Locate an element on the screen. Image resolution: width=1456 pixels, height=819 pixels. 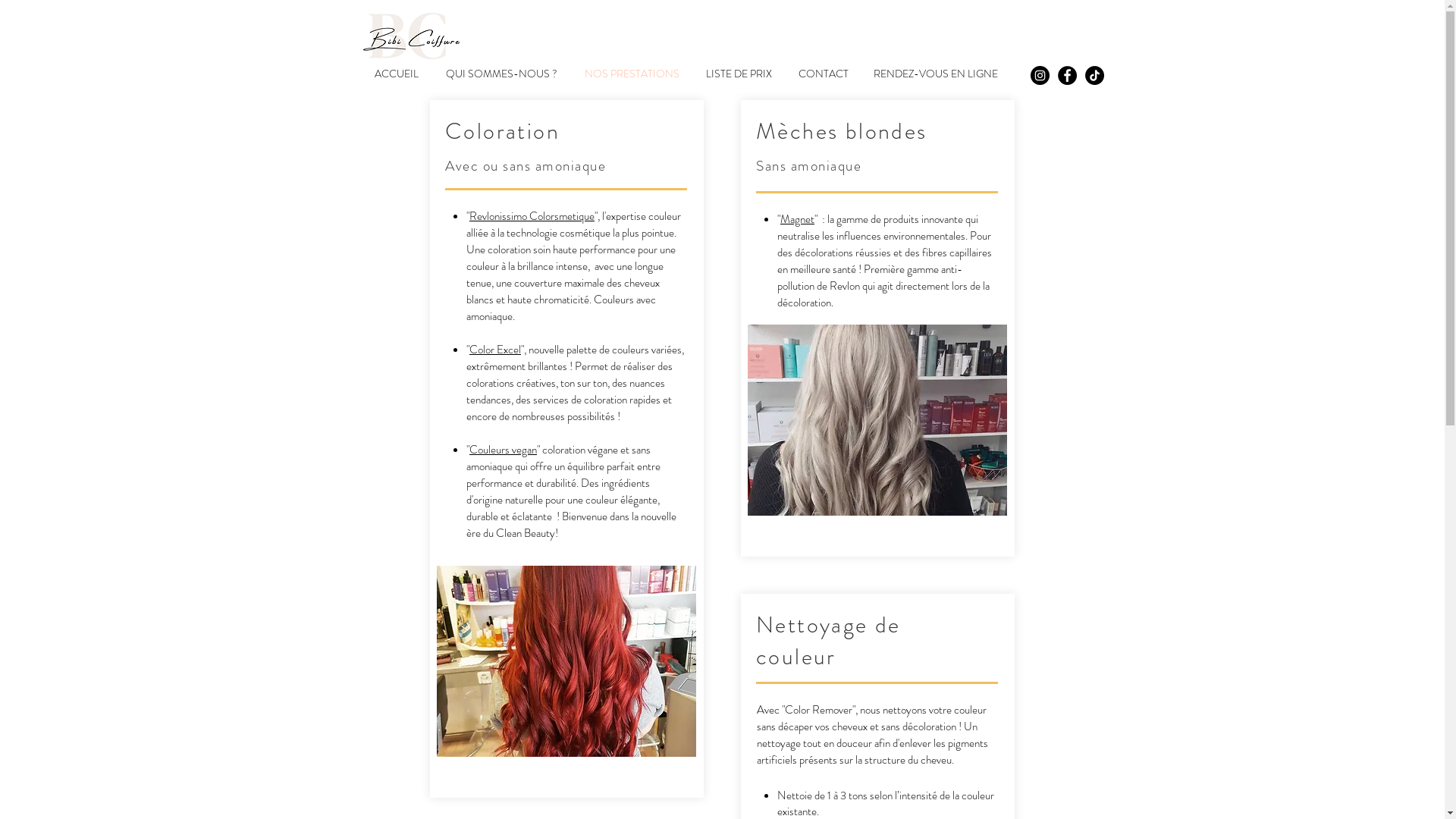
'Couleurs vegan' is located at coordinates (503, 449).